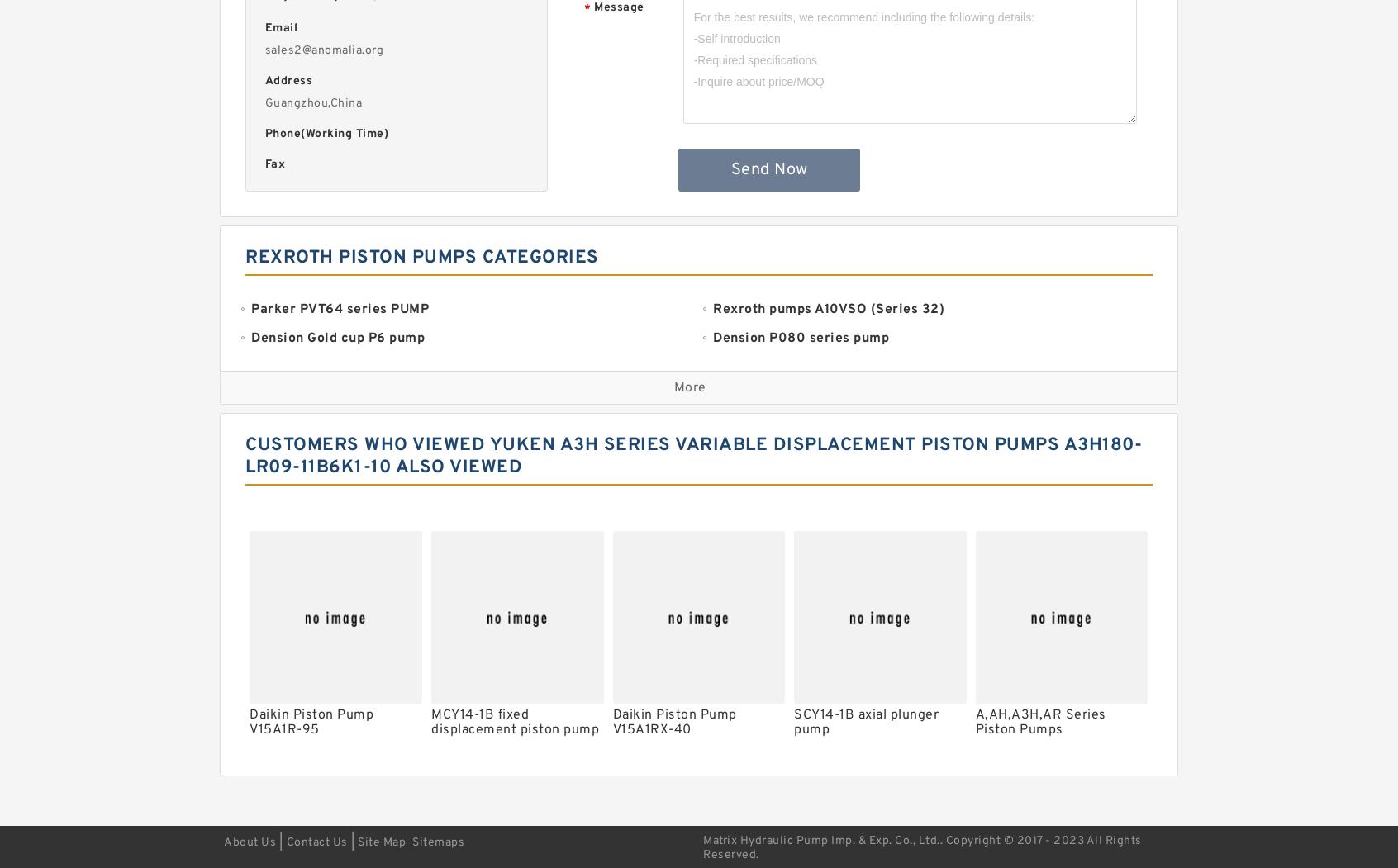 The image size is (1398, 868). What do you see at coordinates (279, 28) in the screenshot?
I see `'Email'` at bounding box center [279, 28].